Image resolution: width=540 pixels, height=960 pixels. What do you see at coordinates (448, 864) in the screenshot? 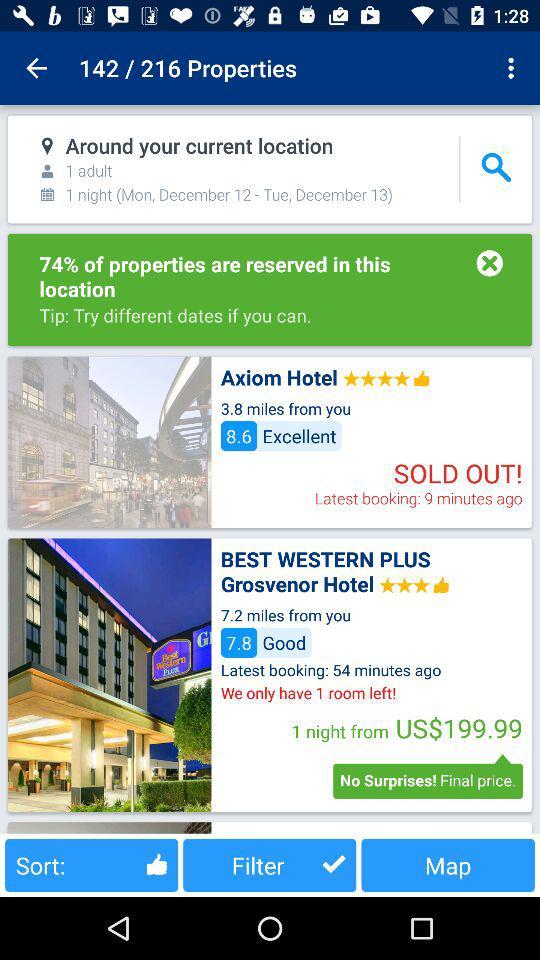
I see `the map button` at bounding box center [448, 864].